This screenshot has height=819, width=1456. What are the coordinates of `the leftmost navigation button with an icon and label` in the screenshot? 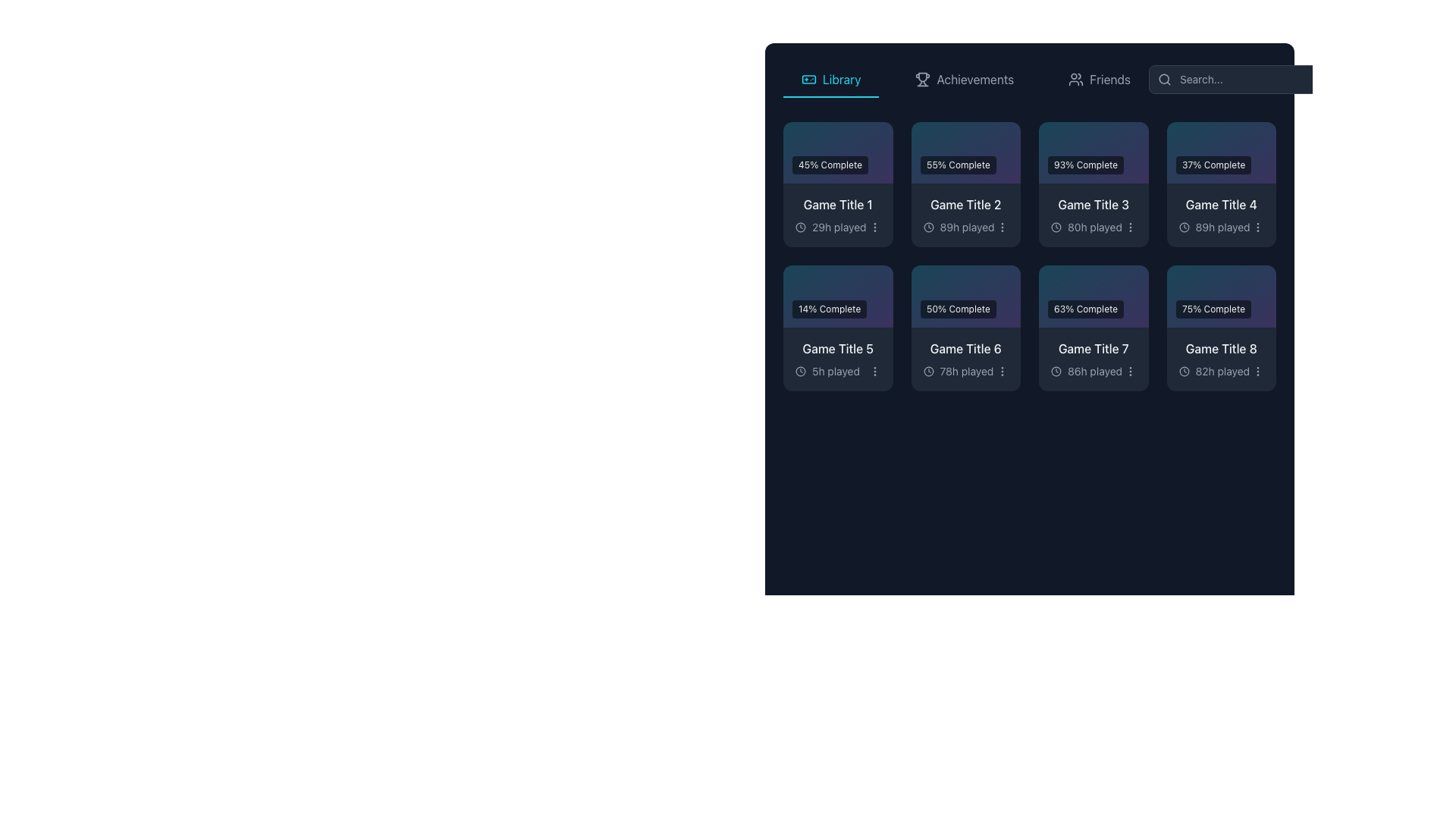 It's located at (830, 79).